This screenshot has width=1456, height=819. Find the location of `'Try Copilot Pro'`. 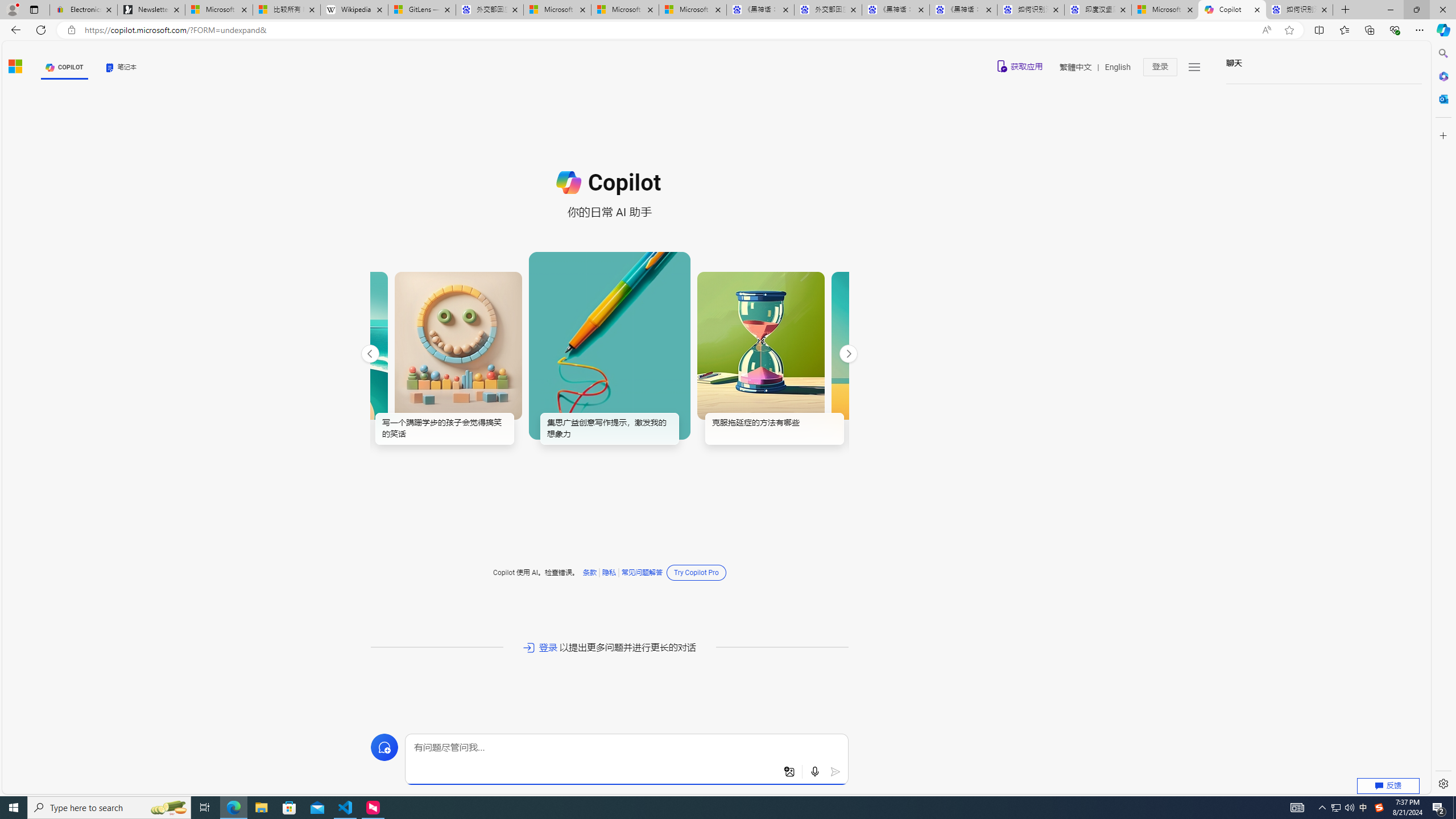

'Try Copilot Pro' is located at coordinates (696, 572).